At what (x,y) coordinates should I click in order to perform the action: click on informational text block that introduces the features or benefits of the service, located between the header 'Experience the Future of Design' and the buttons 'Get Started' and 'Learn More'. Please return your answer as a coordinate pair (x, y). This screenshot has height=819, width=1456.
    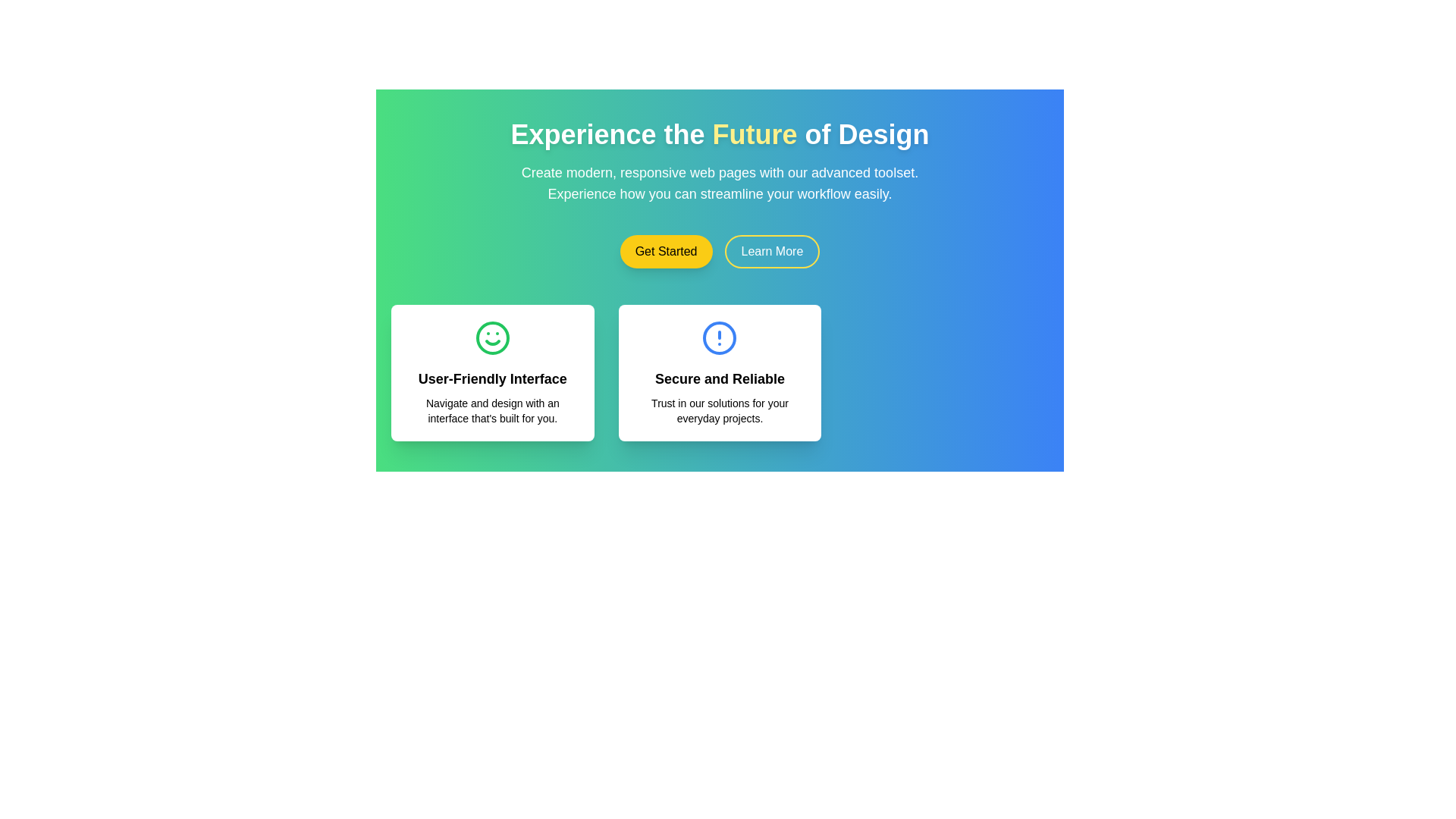
    Looking at the image, I should click on (719, 183).